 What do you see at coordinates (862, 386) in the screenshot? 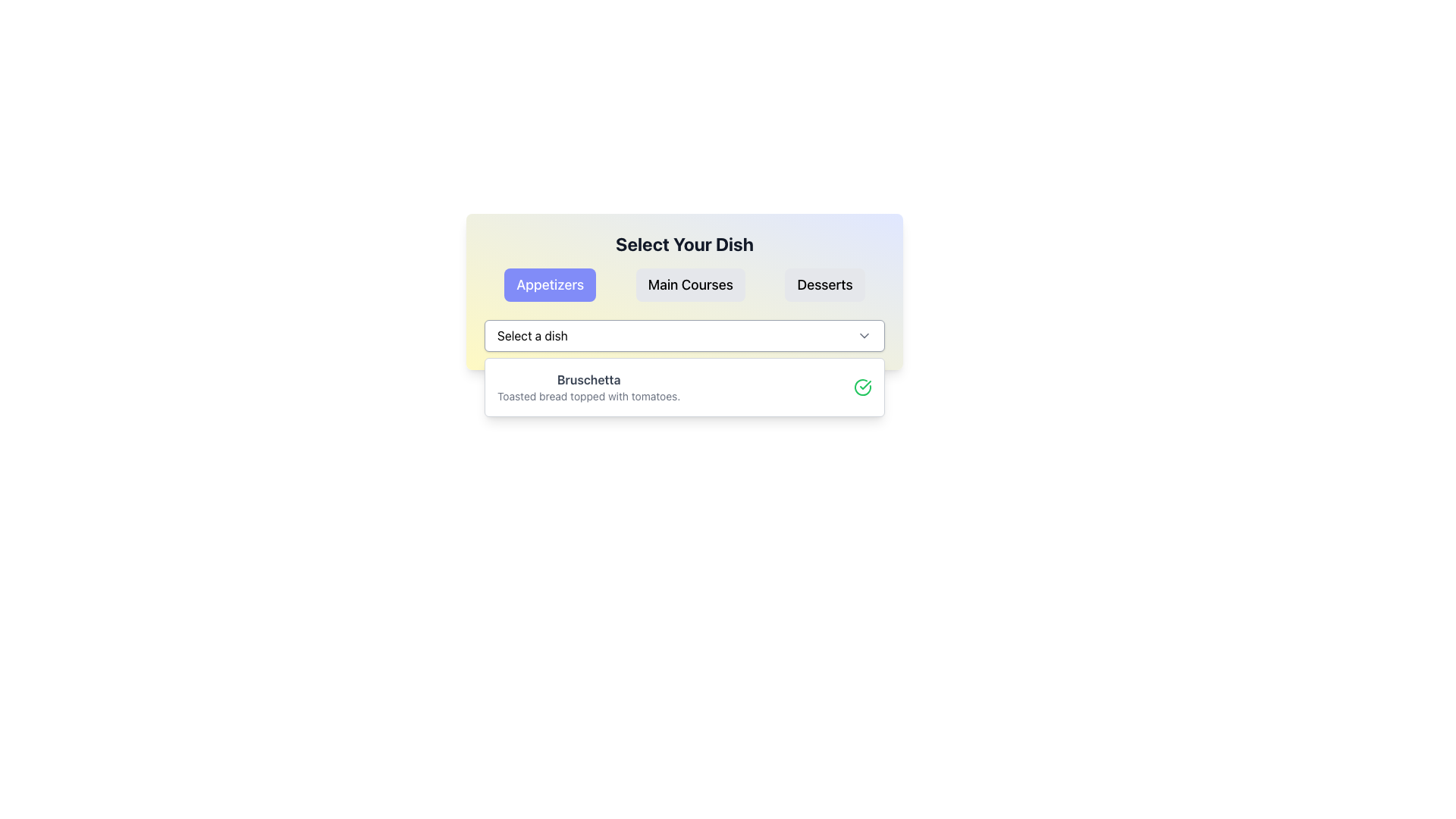
I see `the indicator icon to the right of the text description 'Bruschetta - Toasted bread topped with tomatoes'` at bounding box center [862, 386].